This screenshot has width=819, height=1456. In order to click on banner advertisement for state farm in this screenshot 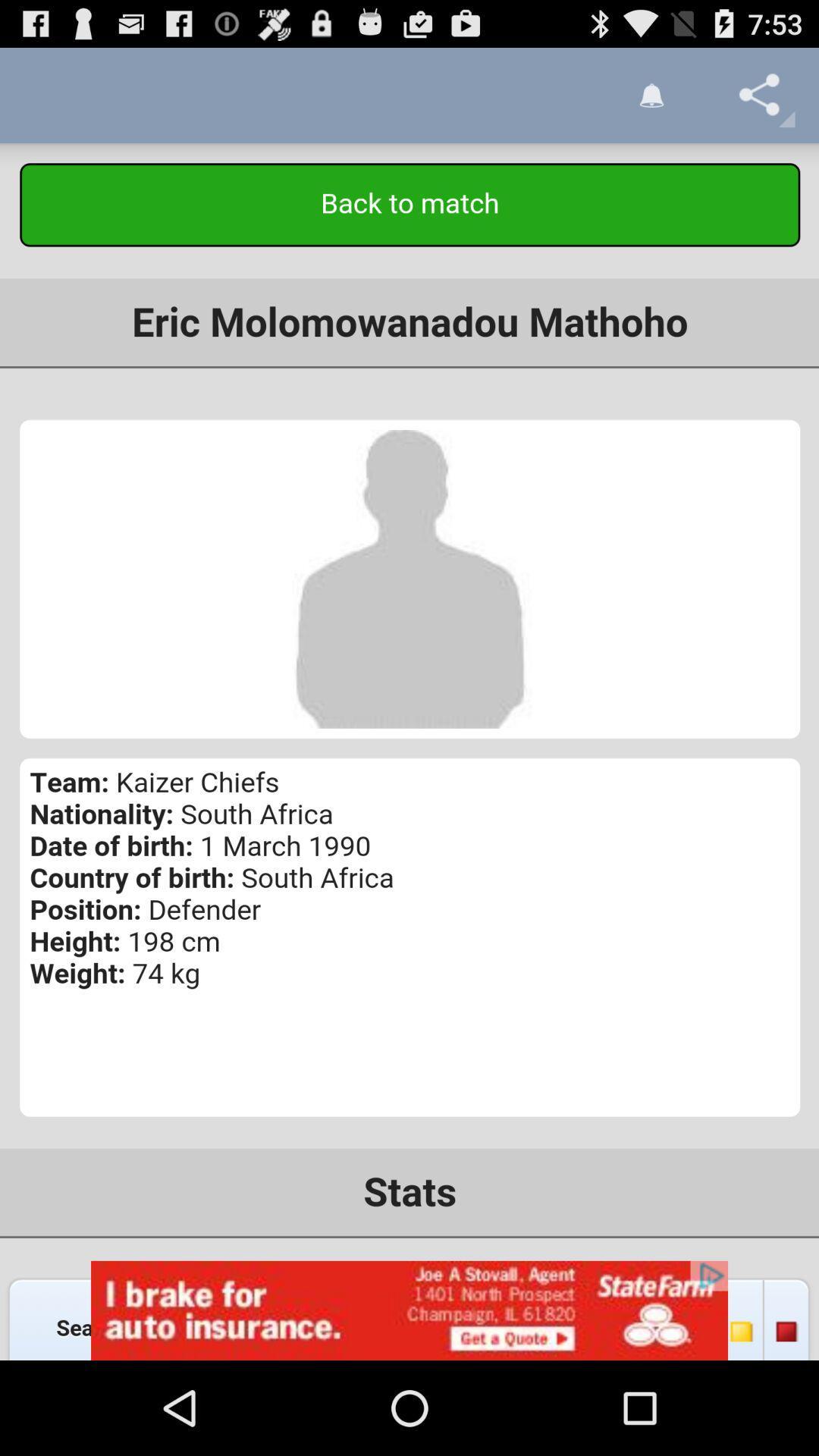, I will do `click(409, 1310)`.